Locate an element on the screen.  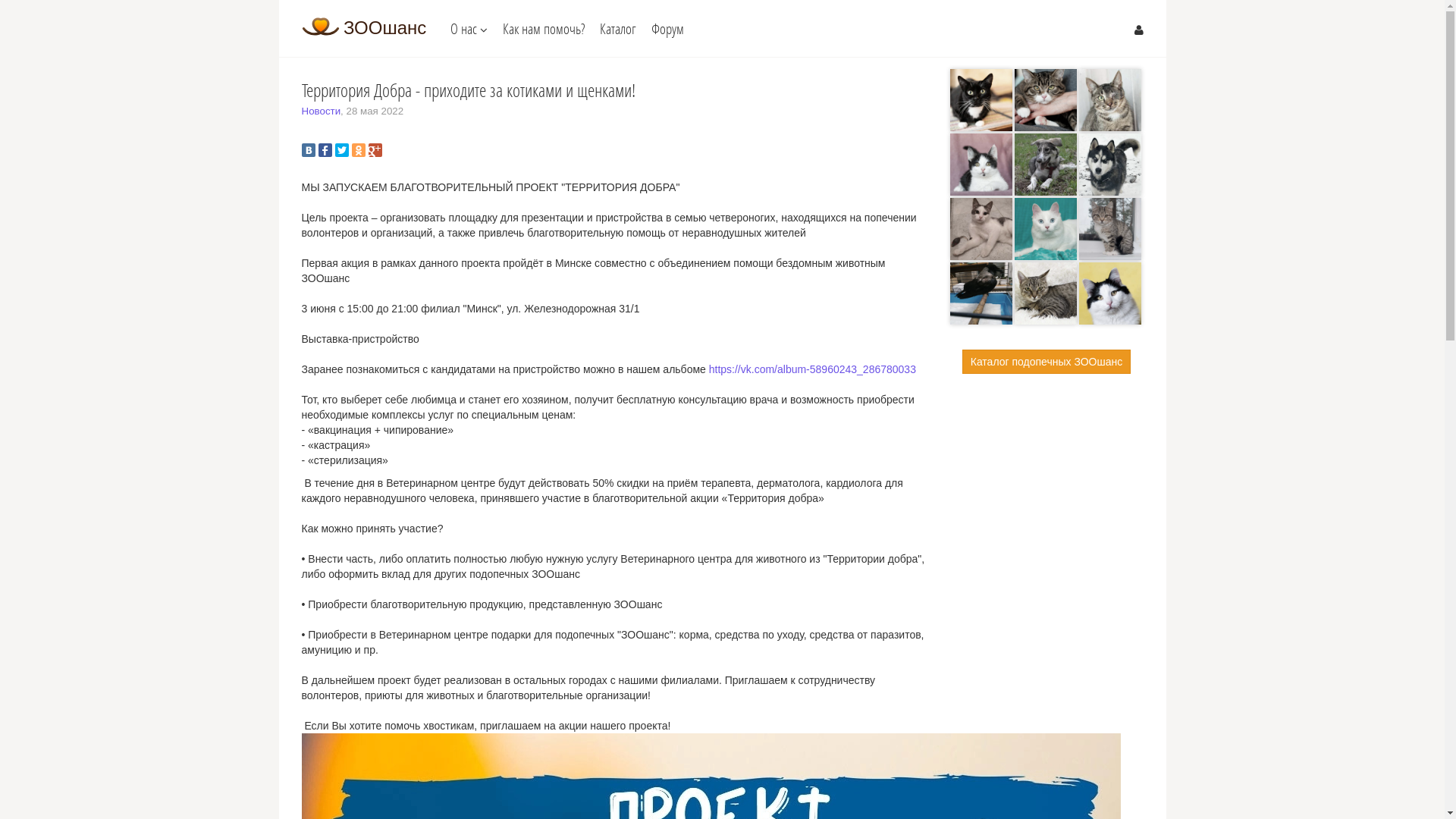
'Facebook' is located at coordinates (324, 149).